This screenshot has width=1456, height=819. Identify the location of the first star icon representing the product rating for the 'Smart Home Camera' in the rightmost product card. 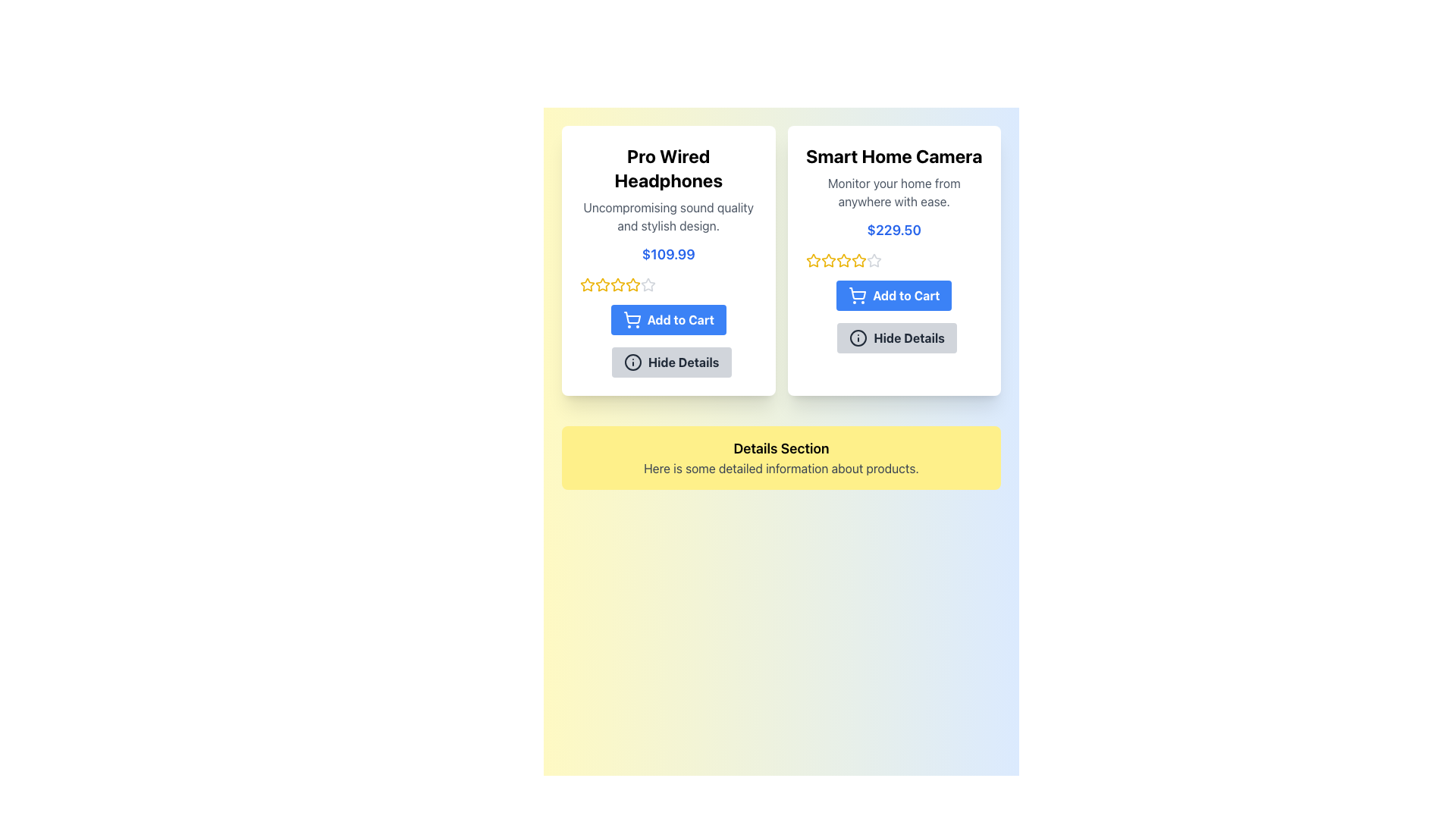
(812, 259).